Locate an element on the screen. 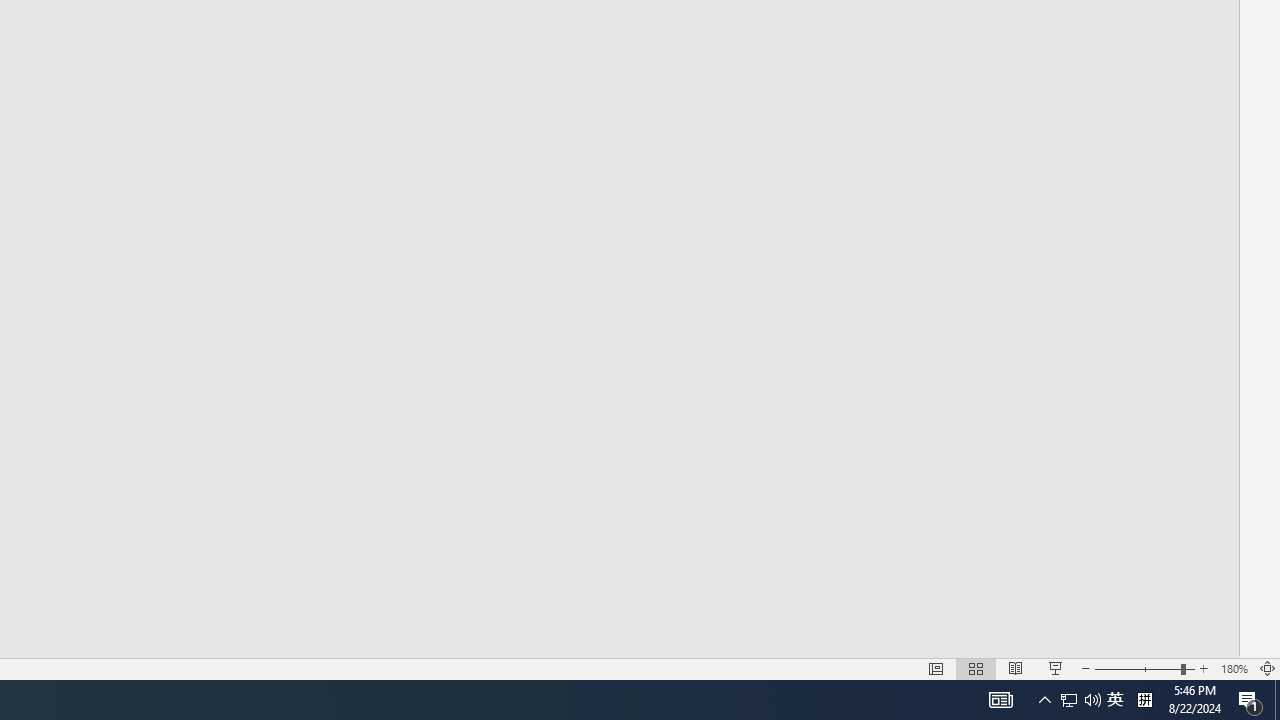 Image resolution: width=1280 pixels, height=720 pixels. 'Normal' is located at coordinates (935, 669).